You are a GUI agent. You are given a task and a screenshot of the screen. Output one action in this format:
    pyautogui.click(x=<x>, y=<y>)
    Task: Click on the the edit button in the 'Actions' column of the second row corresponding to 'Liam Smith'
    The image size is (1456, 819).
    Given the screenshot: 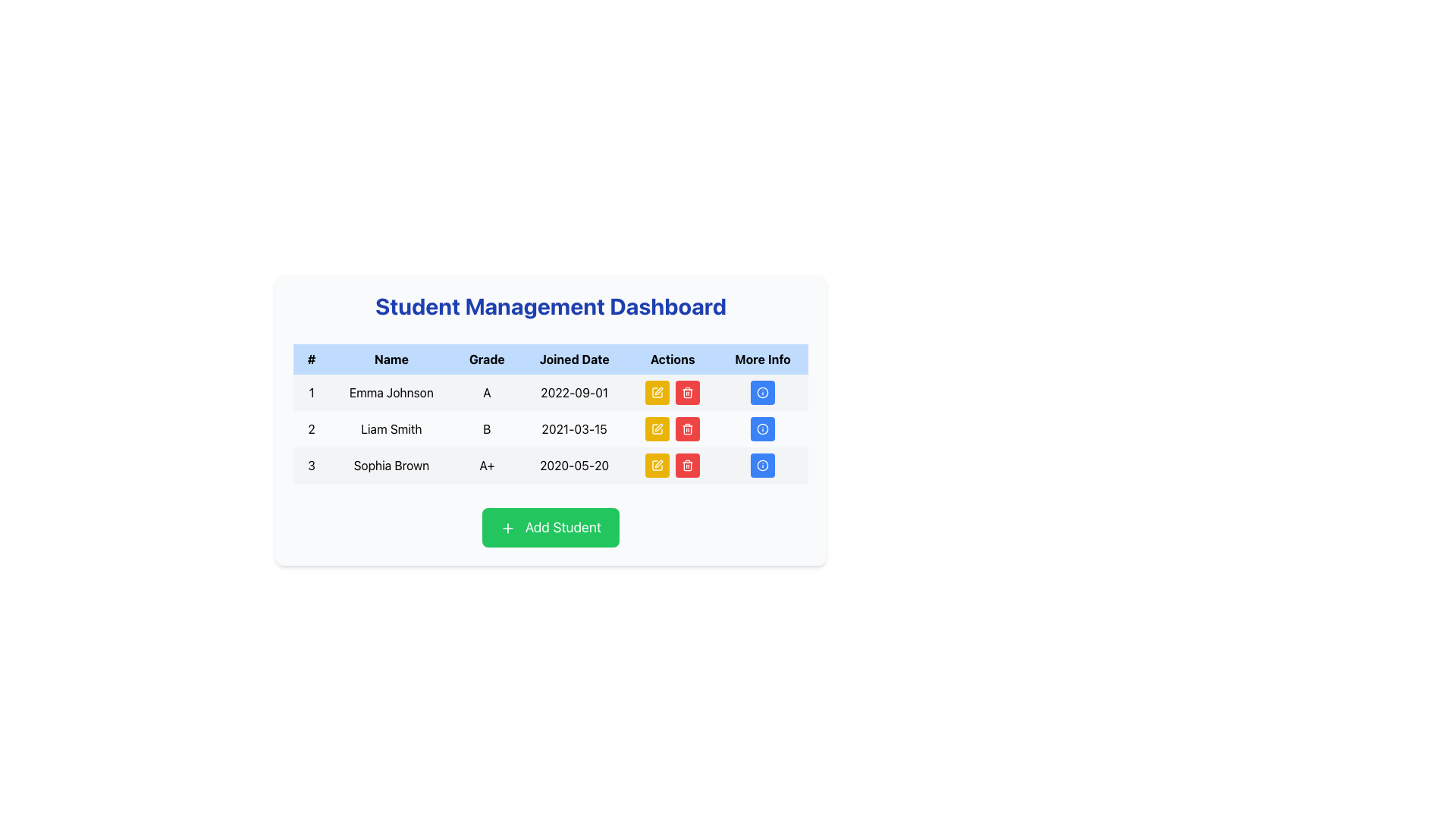 What is the action you would take?
    pyautogui.click(x=658, y=391)
    